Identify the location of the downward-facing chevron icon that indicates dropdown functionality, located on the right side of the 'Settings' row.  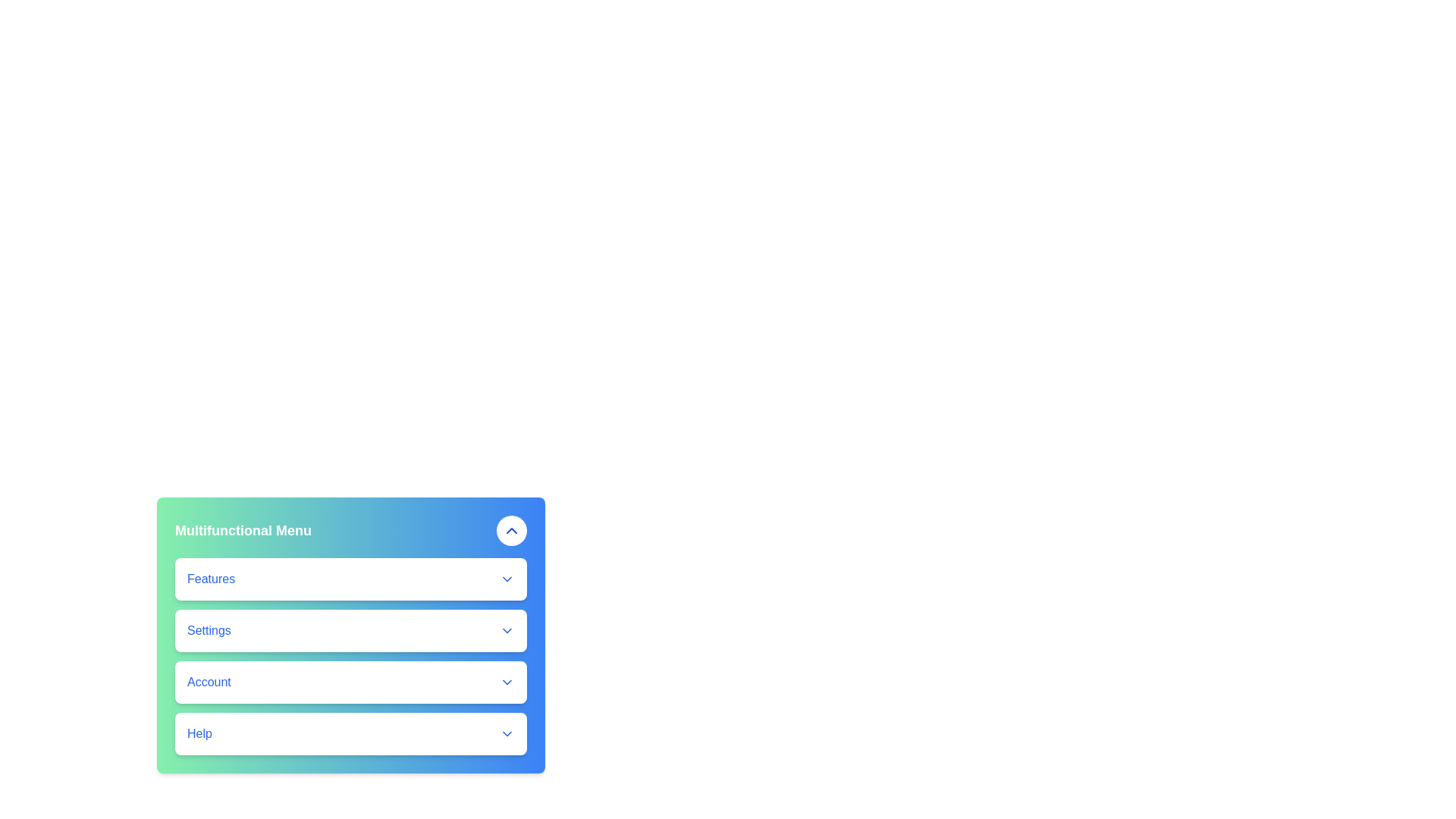
(507, 631).